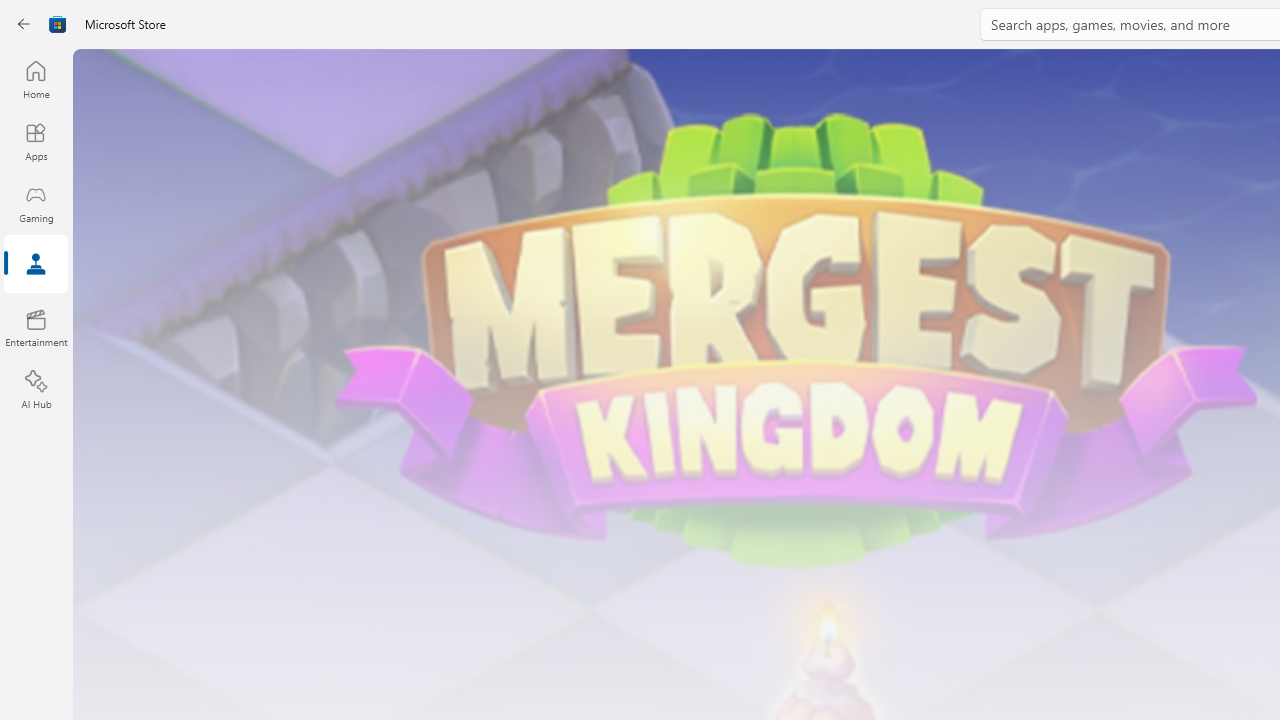  I want to click on 'AI Hub', so click(35, 390).